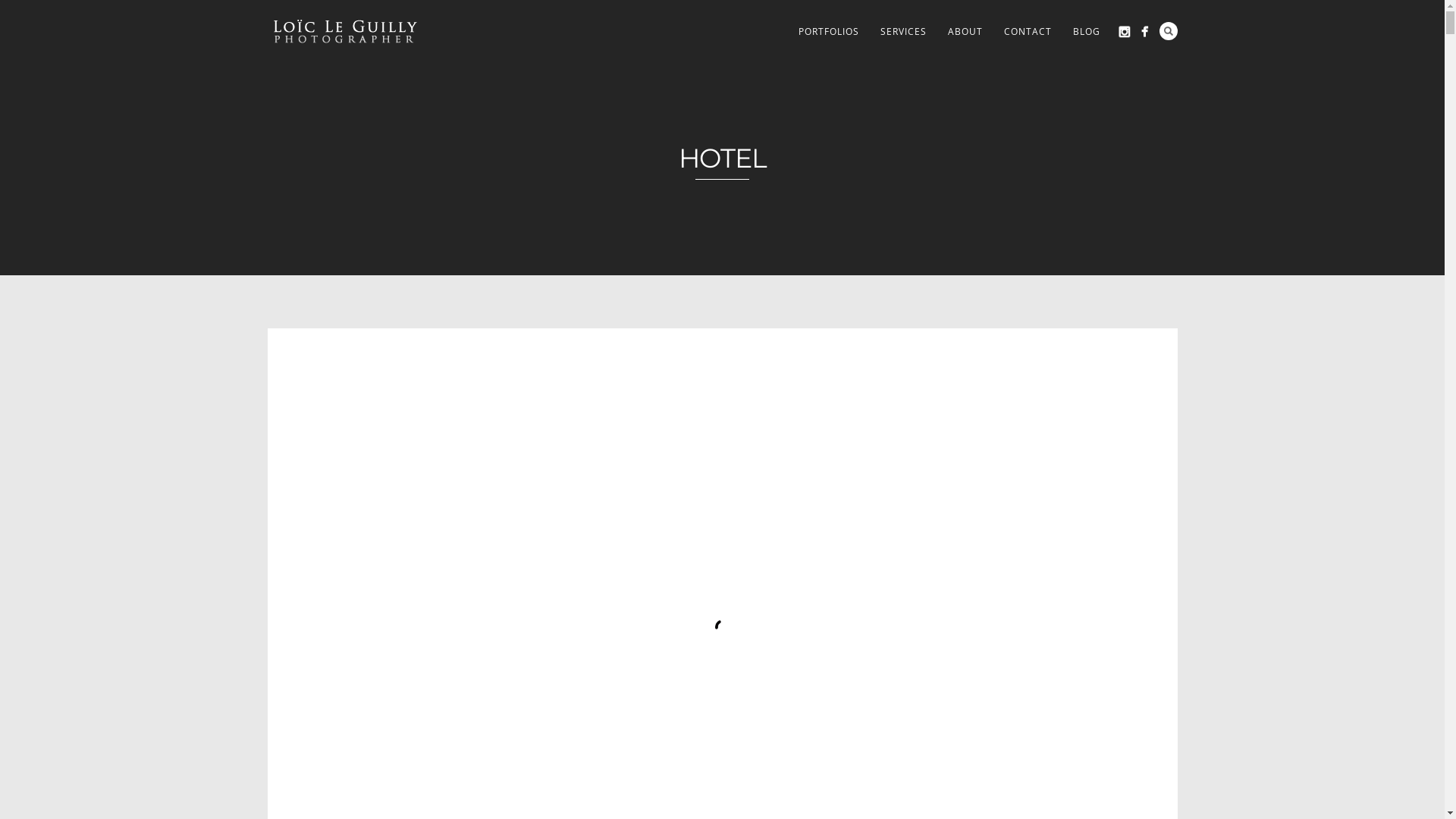 This screenshot has height=819, width=1456. I want to click on 'Search', so click(1167, 31).